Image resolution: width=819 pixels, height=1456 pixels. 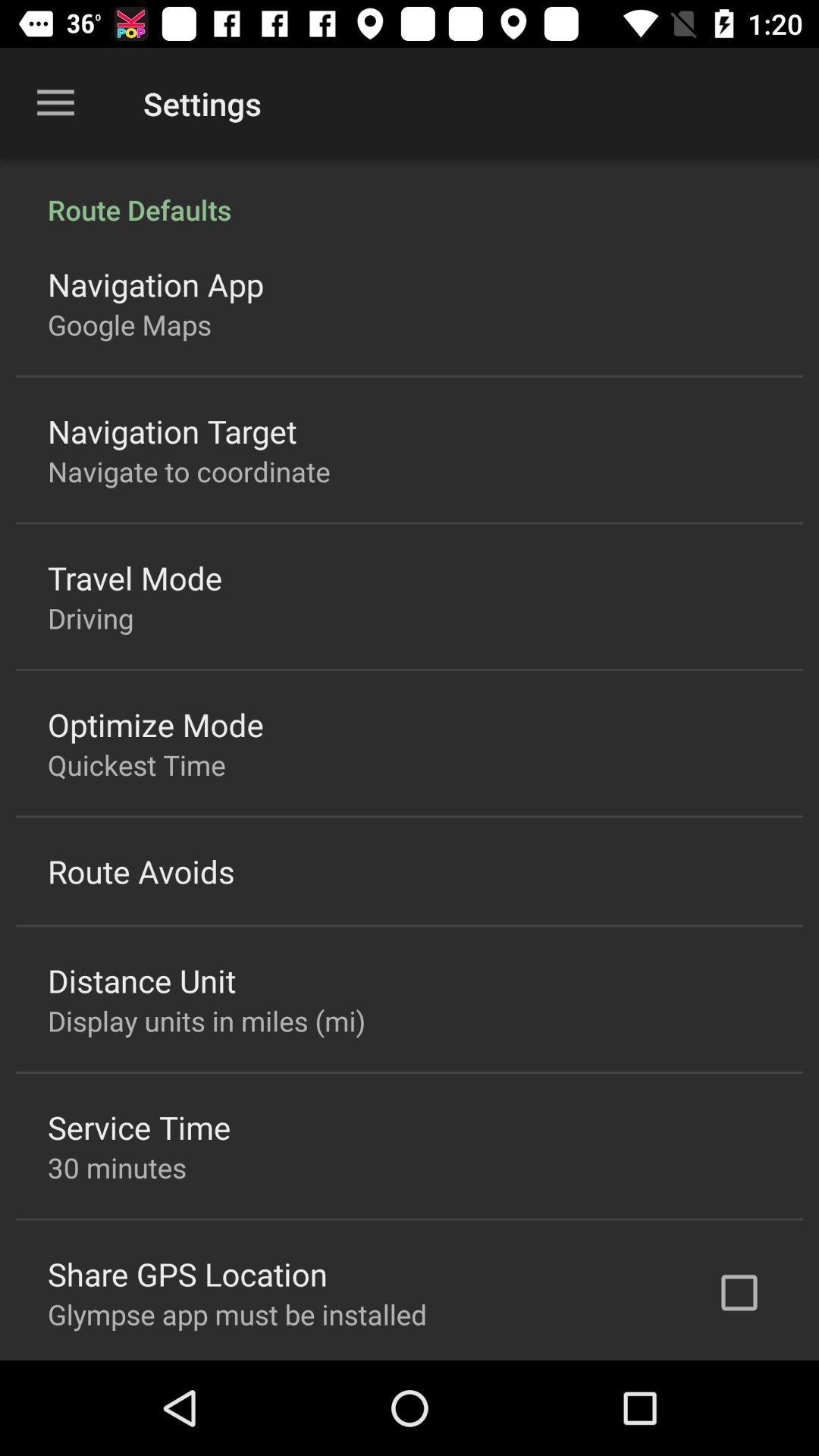 What do you see at coordinates (141, 871) in the screenshot?
I see `icon below the quickest time item` at bounding box center [141, 871].